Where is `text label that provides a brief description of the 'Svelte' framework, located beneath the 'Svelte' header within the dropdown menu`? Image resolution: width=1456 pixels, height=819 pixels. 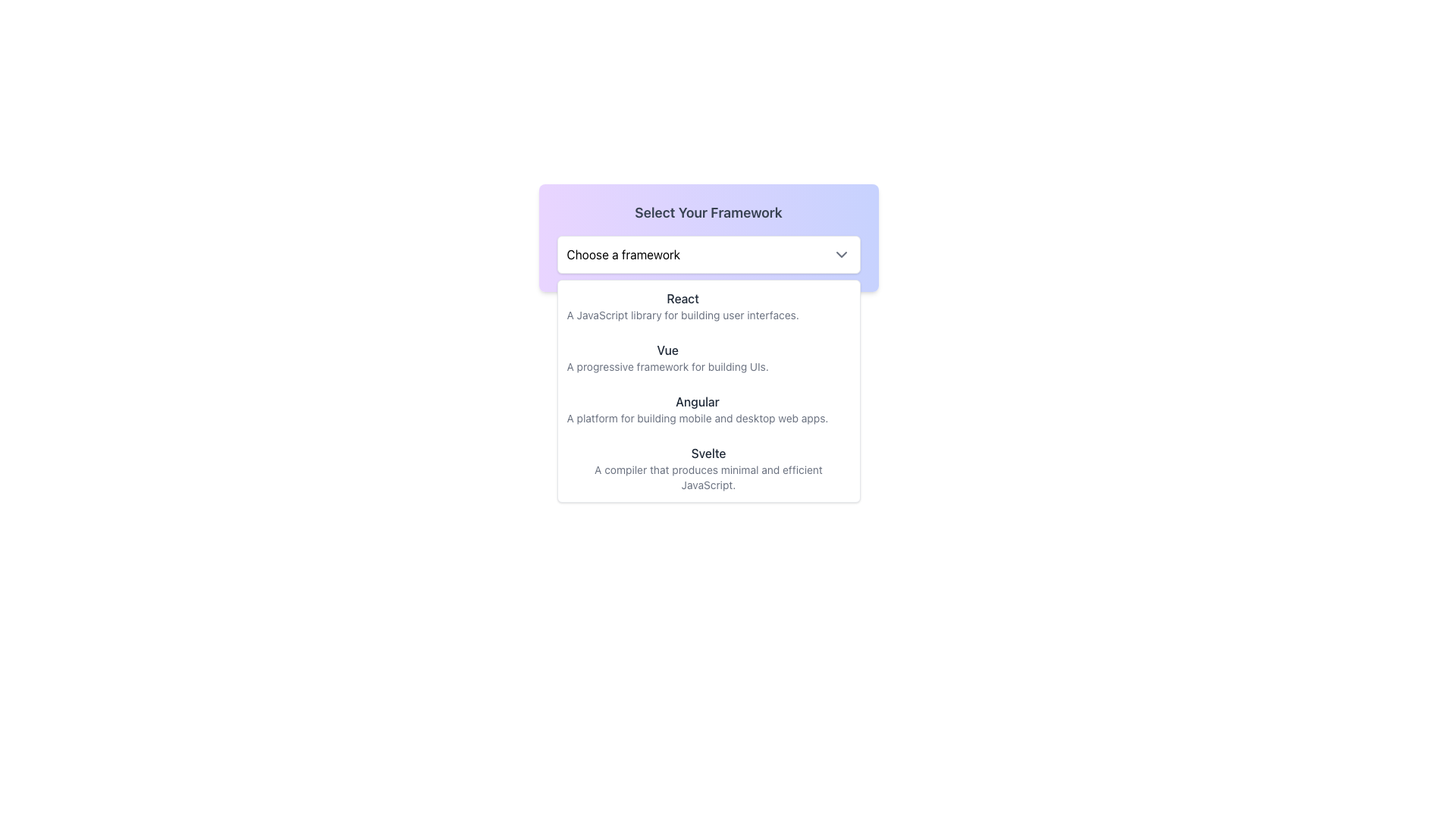 text label that provides a brief description of the 'Svelte' framework, located beneath the 'Svelte' header within the dropdown menu is located at coordinates (708, 476).